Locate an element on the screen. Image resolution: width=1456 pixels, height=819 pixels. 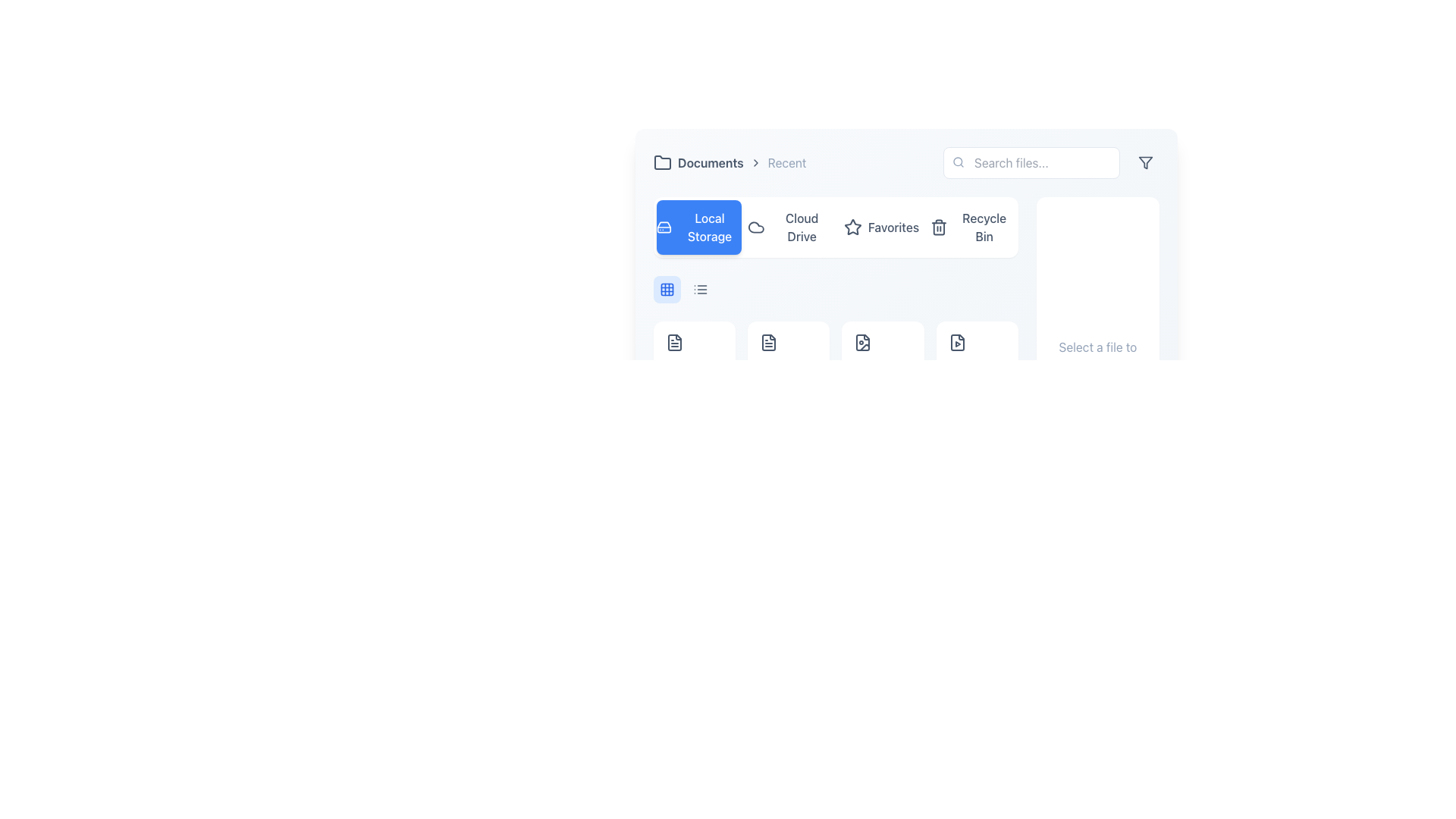
the search icon located to the left inside the search input field in the upper-right portion of the interface is located at coordinates (957, 162).